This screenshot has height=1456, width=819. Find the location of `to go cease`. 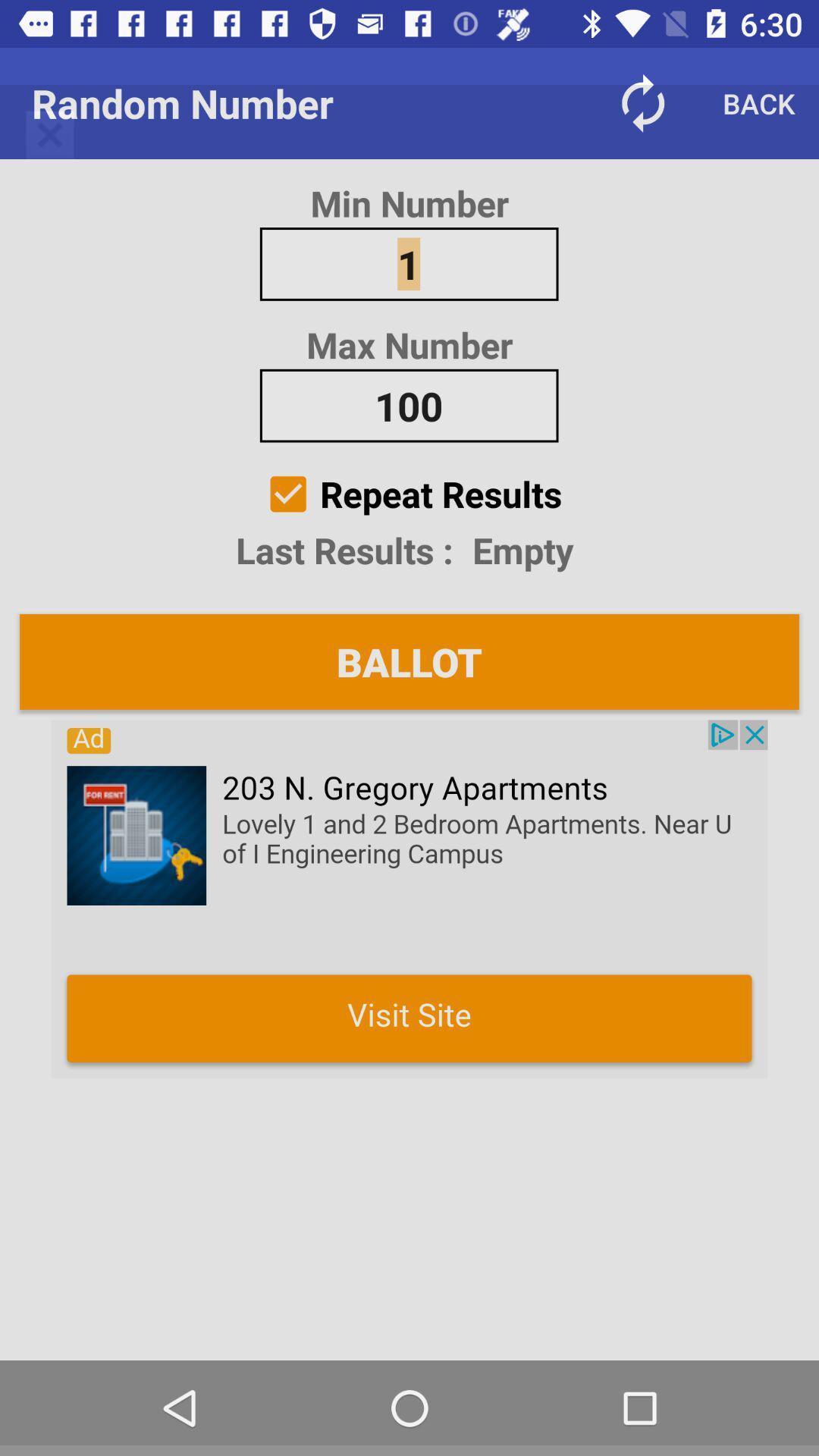

to go cease is located at coordinates (409, 899).